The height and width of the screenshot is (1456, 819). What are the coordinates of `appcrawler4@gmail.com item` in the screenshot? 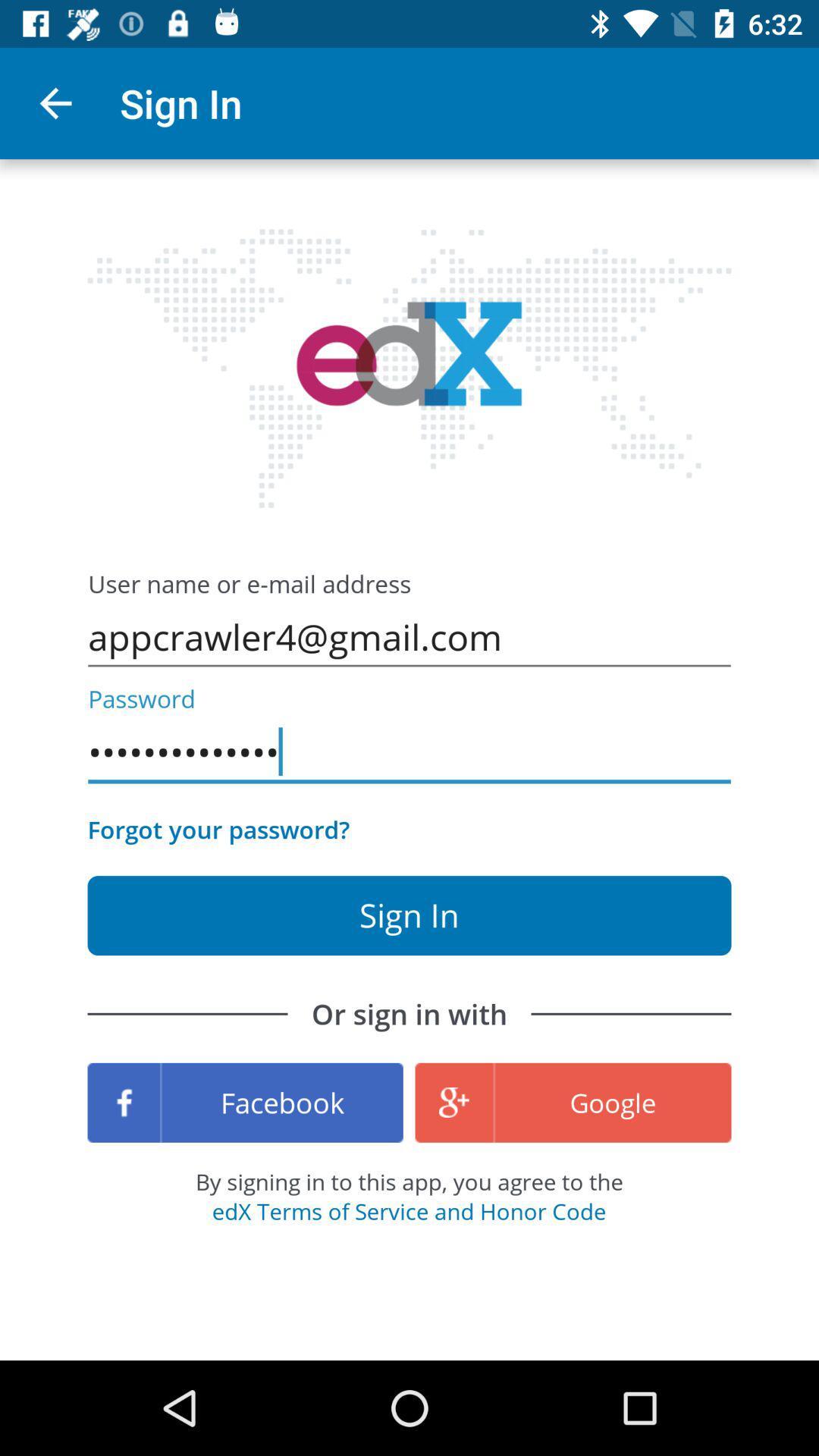 It's located at (409, 637).